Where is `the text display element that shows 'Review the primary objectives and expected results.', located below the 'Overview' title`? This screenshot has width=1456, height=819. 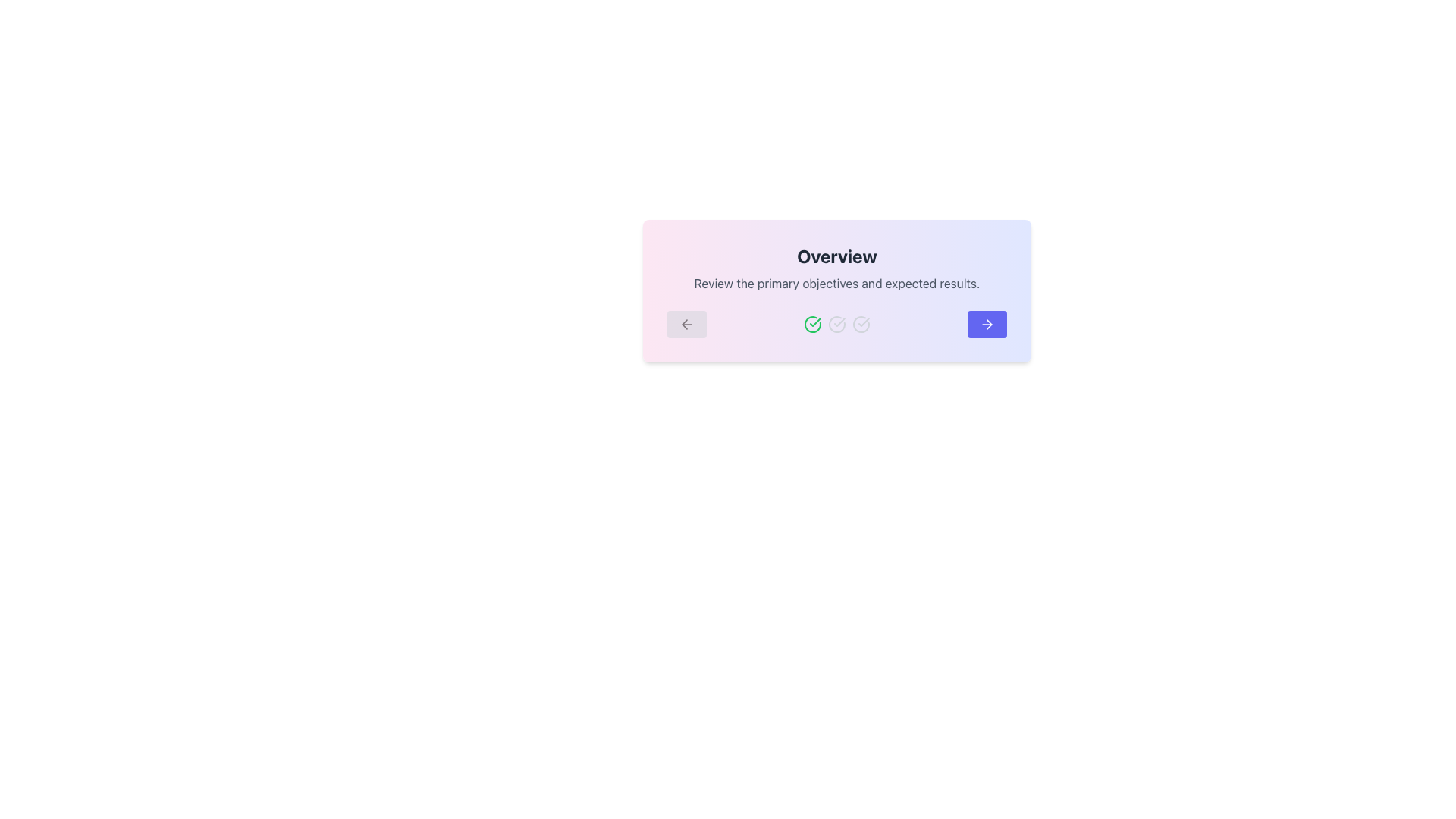 the text display element that shows 'Review the primary objectives and expected results.', located below the 'Overview' title is located at coordinates (836, 284).